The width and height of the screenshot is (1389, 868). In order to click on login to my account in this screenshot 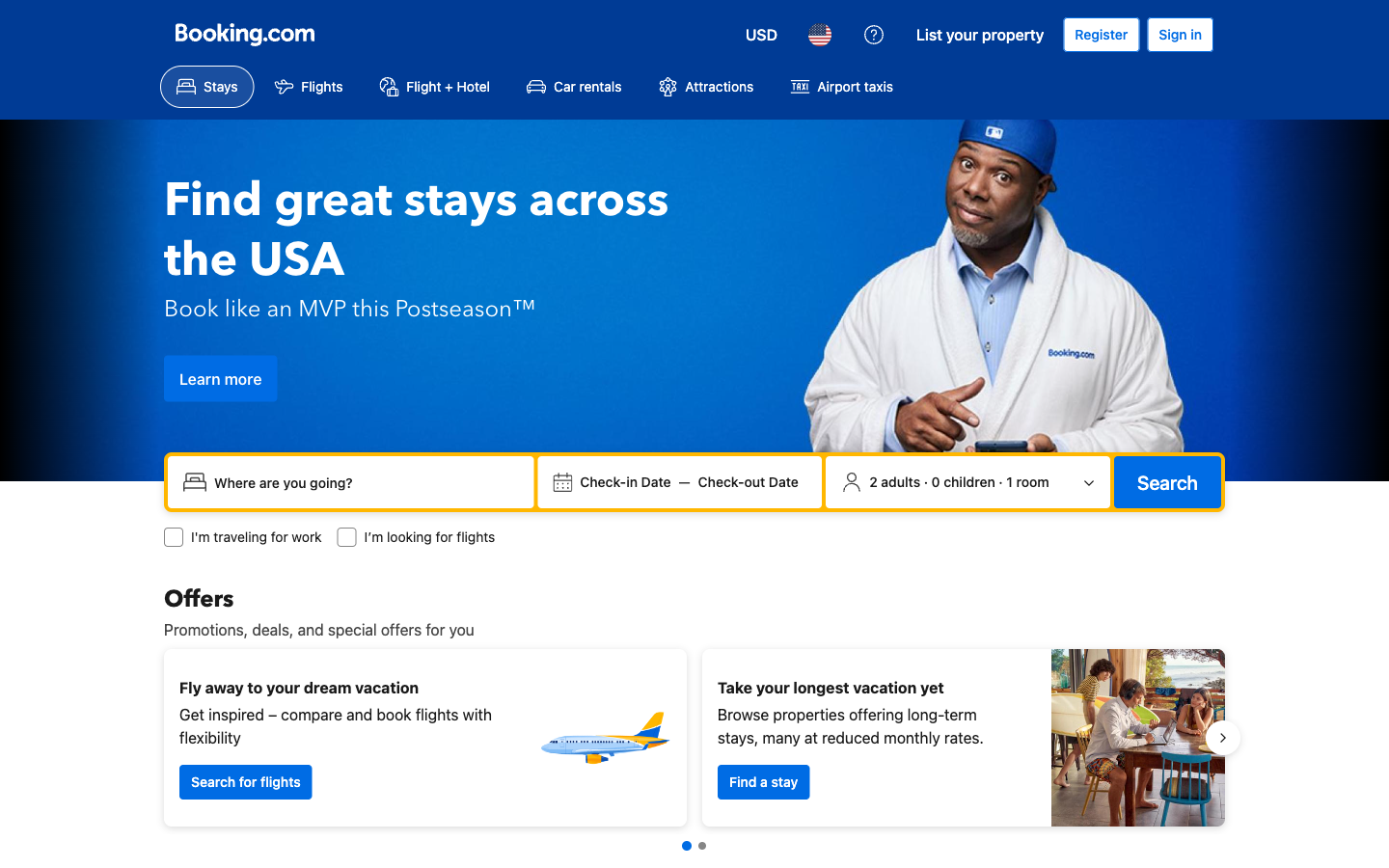, I will do `click(1179, 34)`.